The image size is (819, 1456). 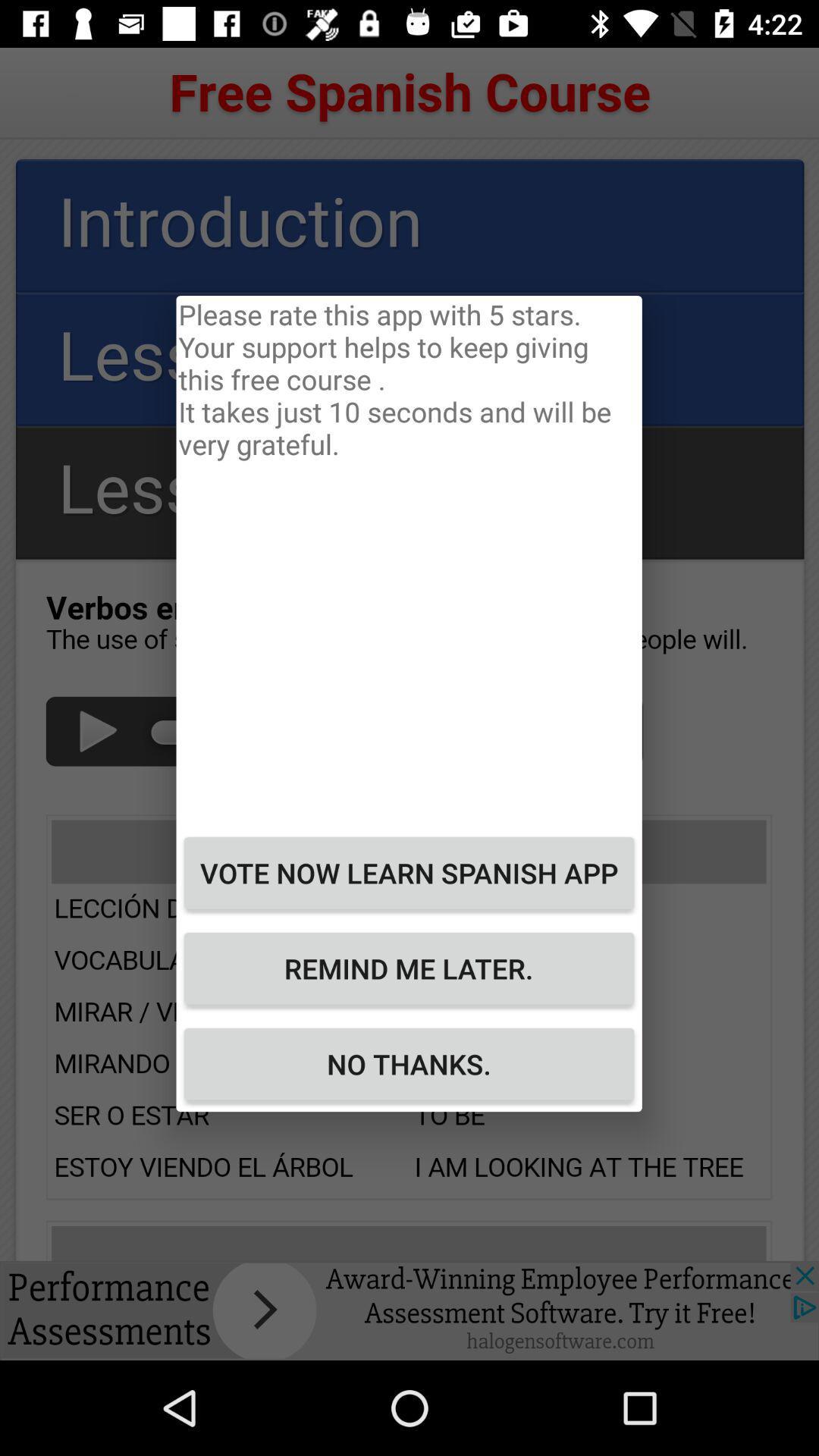 I want to click on the no thanks., so click(x=408, y=1063).